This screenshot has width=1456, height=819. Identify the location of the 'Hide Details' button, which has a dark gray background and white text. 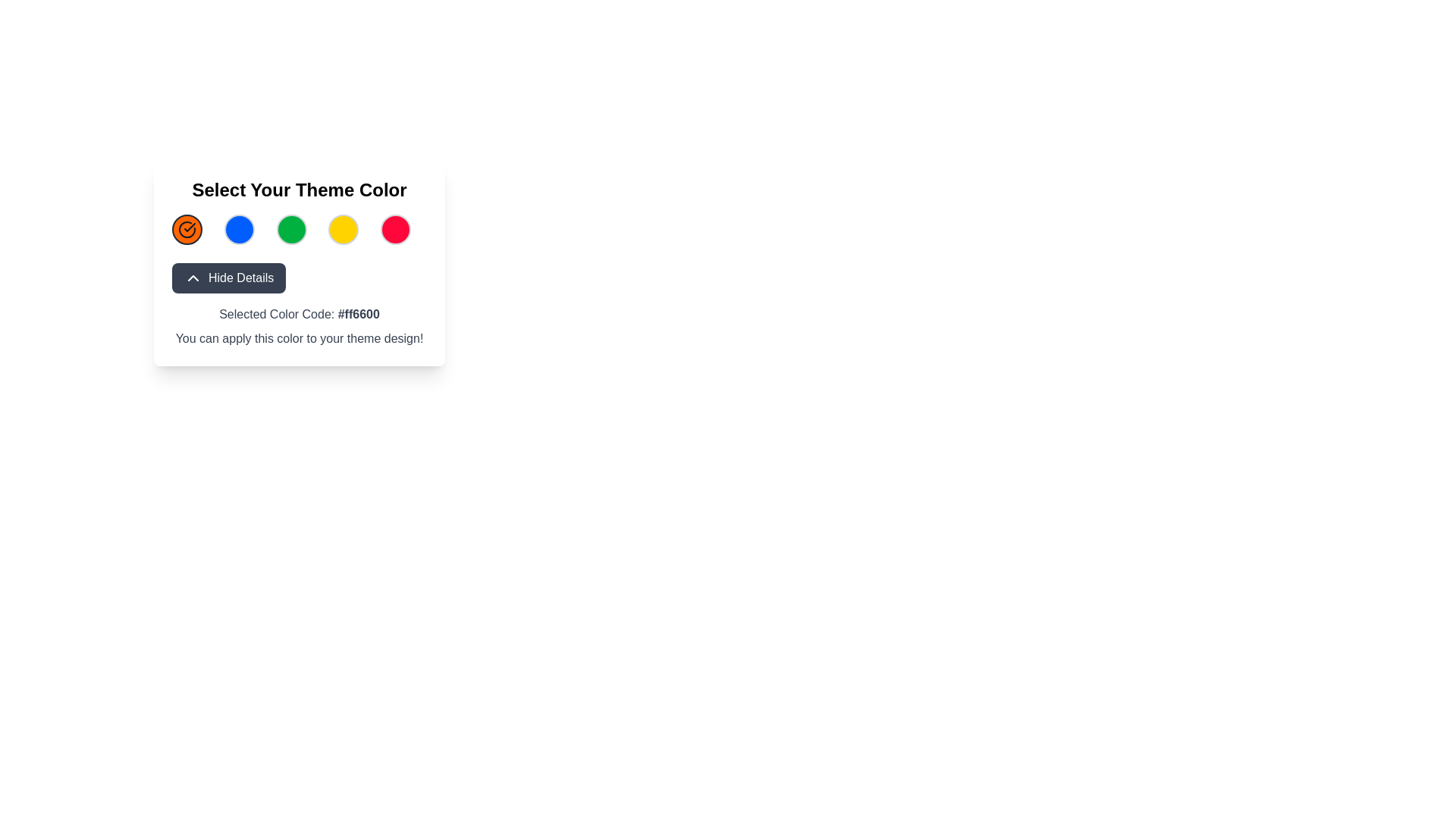
(228, 278).